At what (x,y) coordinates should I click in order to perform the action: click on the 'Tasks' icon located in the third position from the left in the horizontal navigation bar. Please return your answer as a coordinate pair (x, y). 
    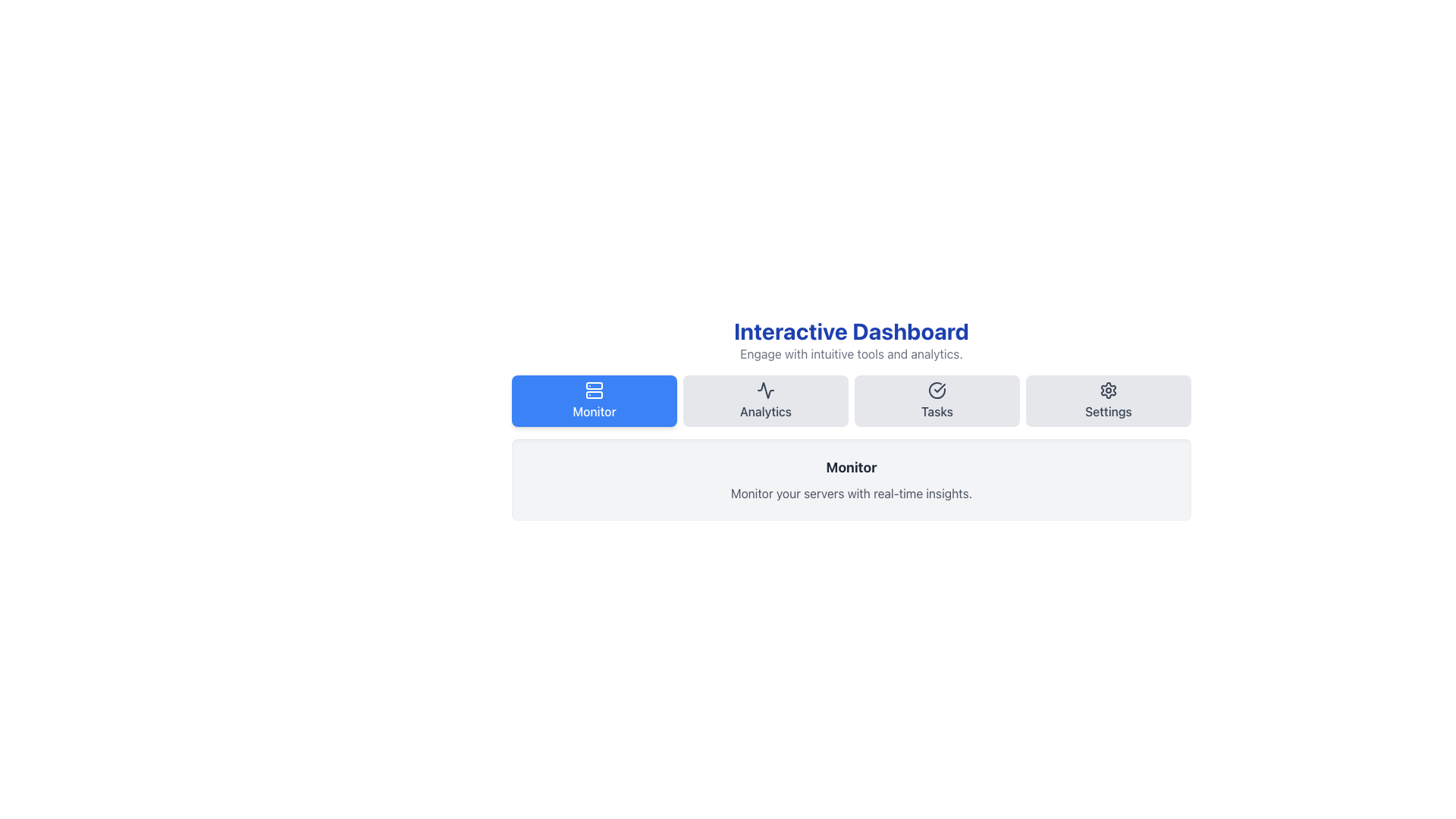
    Looking at the image, I should click on (937, 390).